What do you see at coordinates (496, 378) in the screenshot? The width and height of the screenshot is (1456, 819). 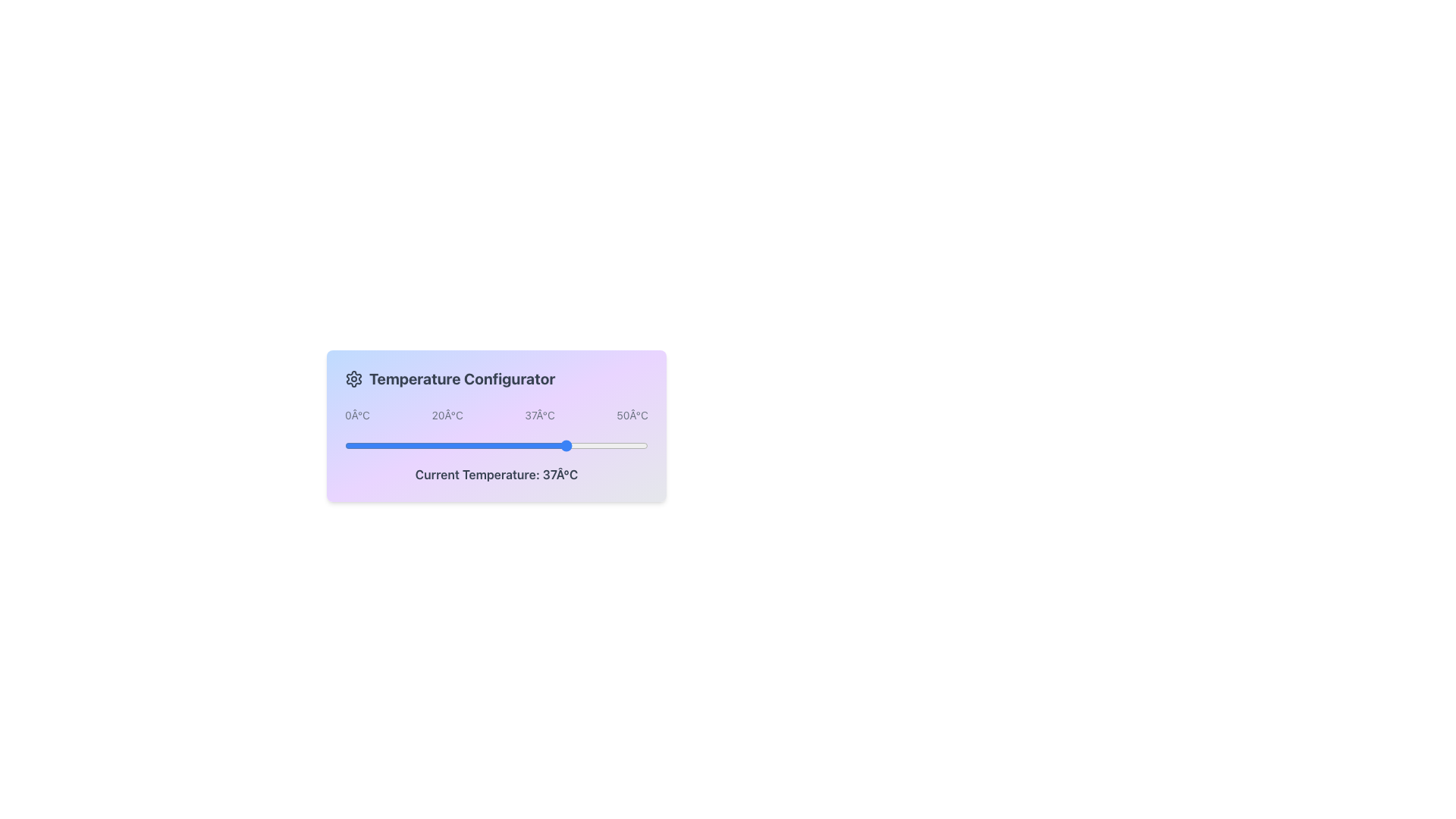 I see `the header element displaying the bold text 'Temperature Configurator' with a settings gear icon to its left, located at the top of the card layout` at bounding box center [496, 378].